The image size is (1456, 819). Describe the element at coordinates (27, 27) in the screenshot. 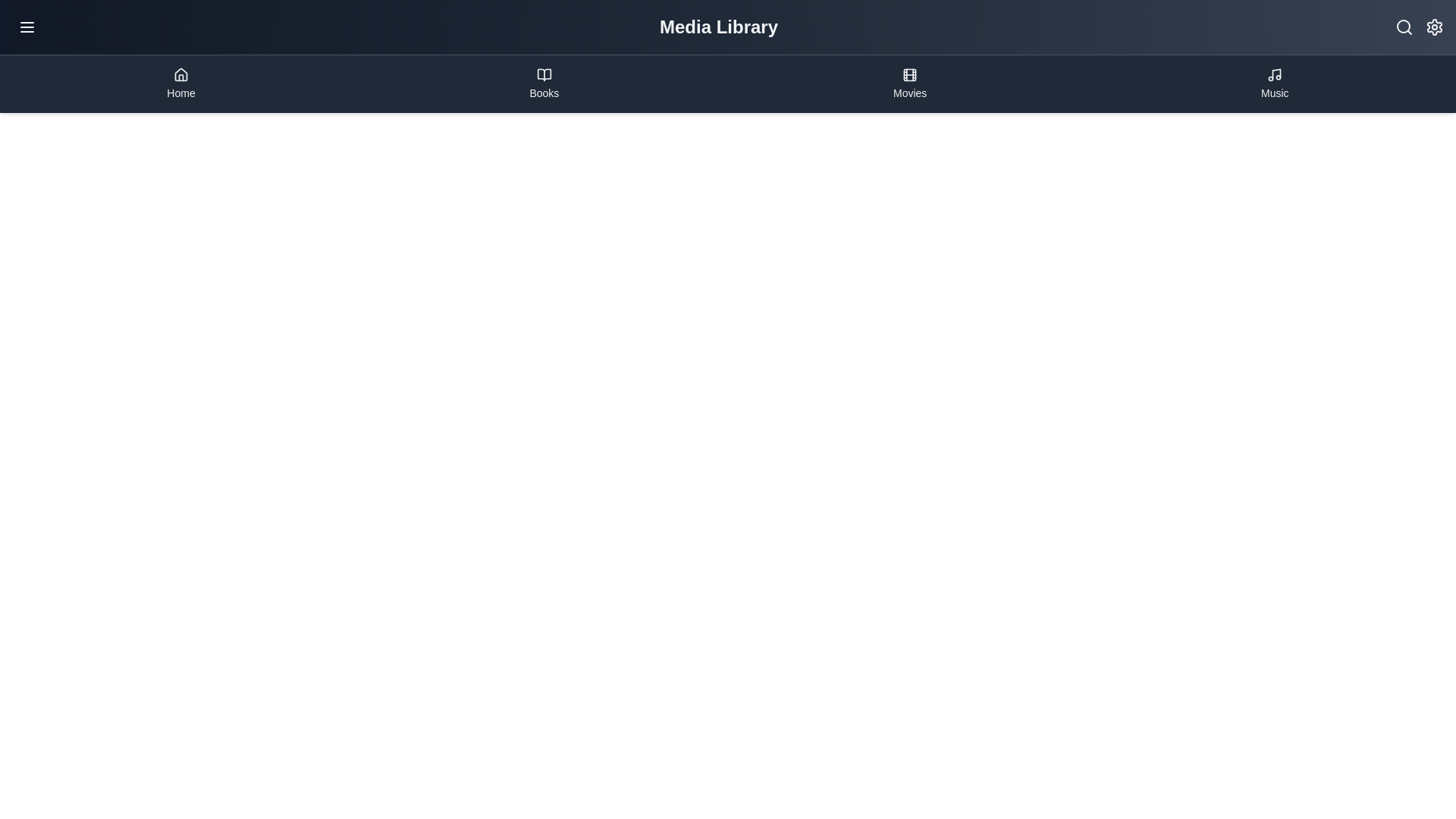

I see `the menu toggle button to toggle the menu visibility` at that location.